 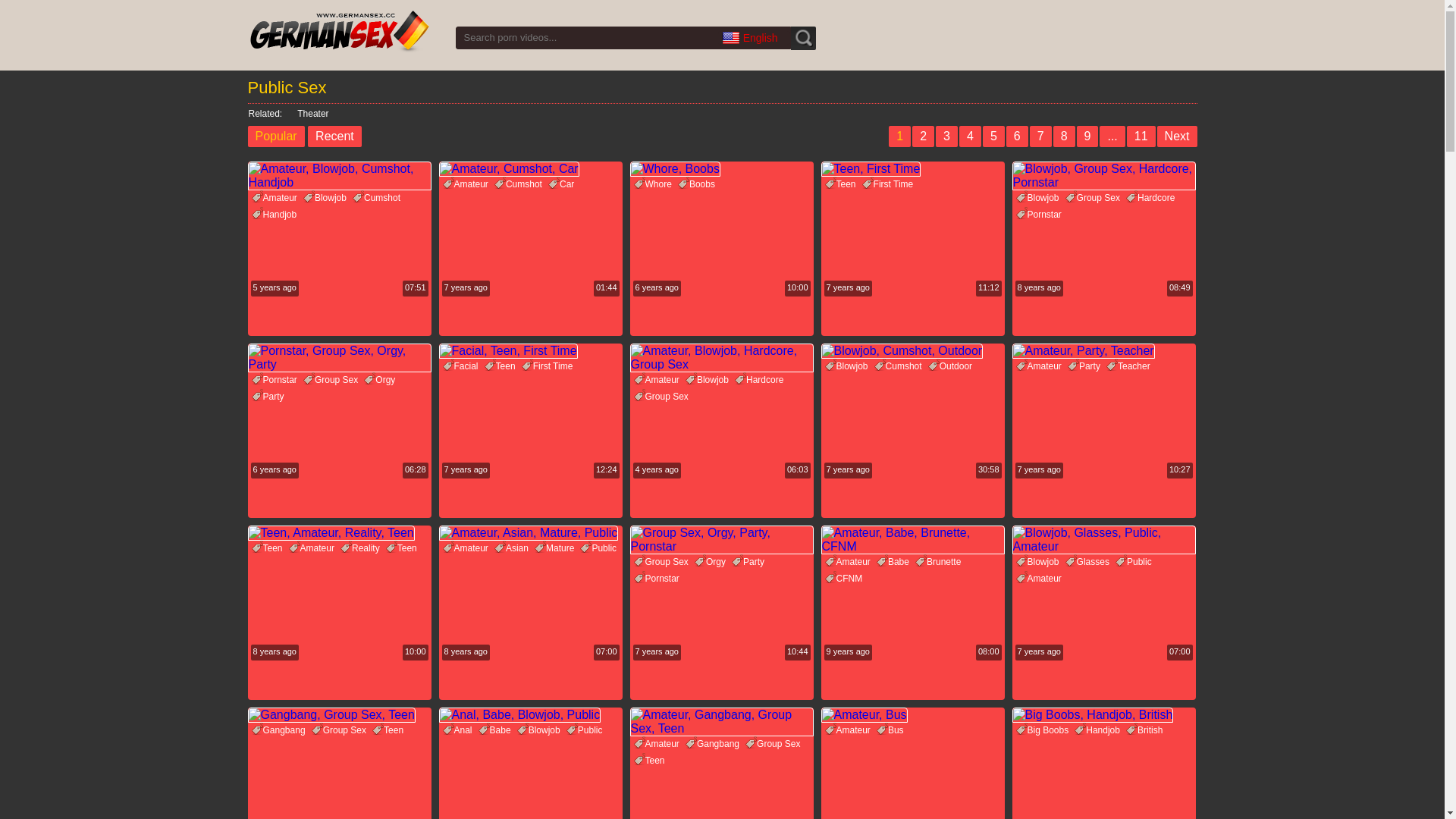 I want to click on '8', so click(x=1063, y=136).